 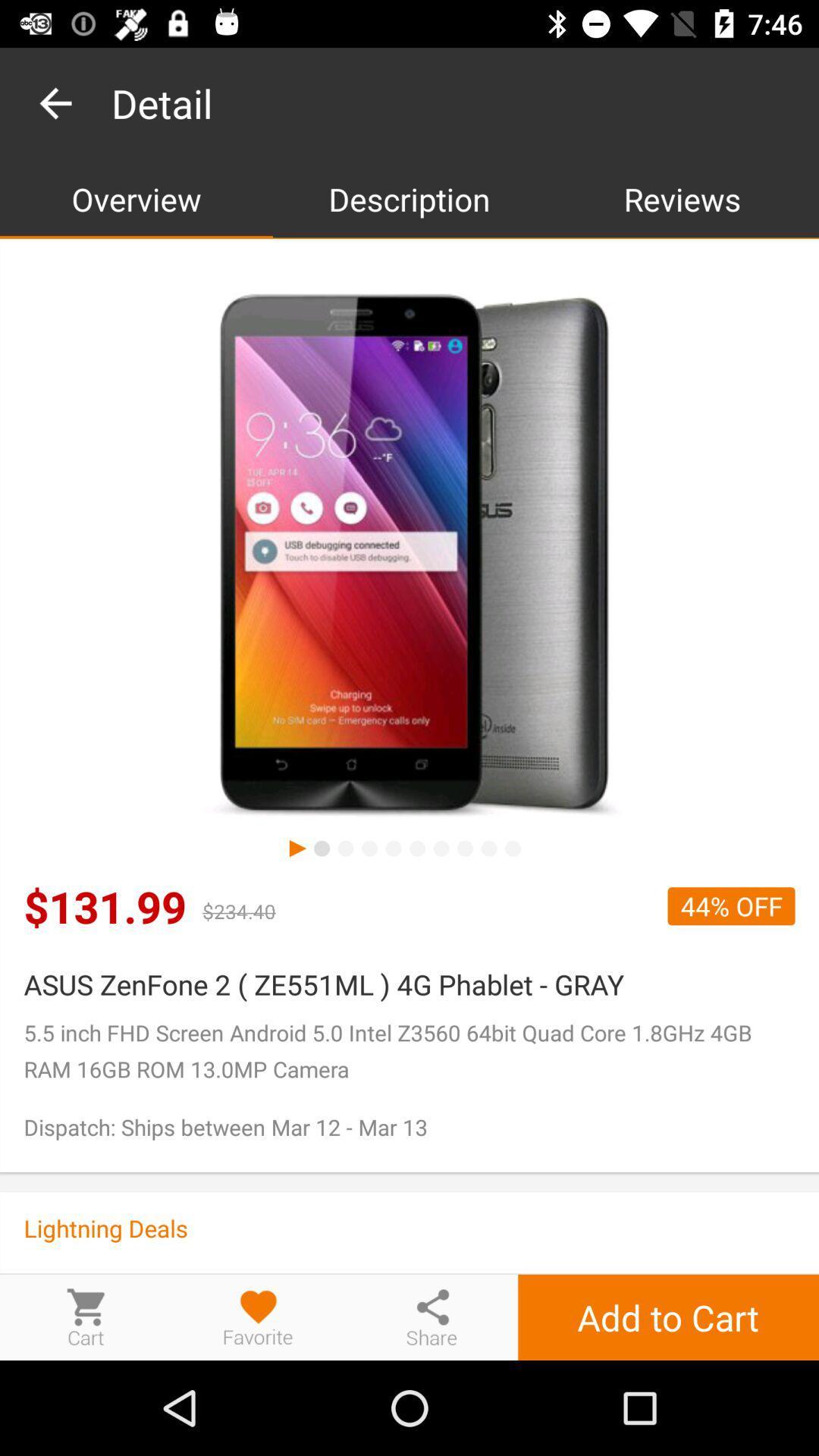 I want to click on share this product, so click(x=431, y=1316).